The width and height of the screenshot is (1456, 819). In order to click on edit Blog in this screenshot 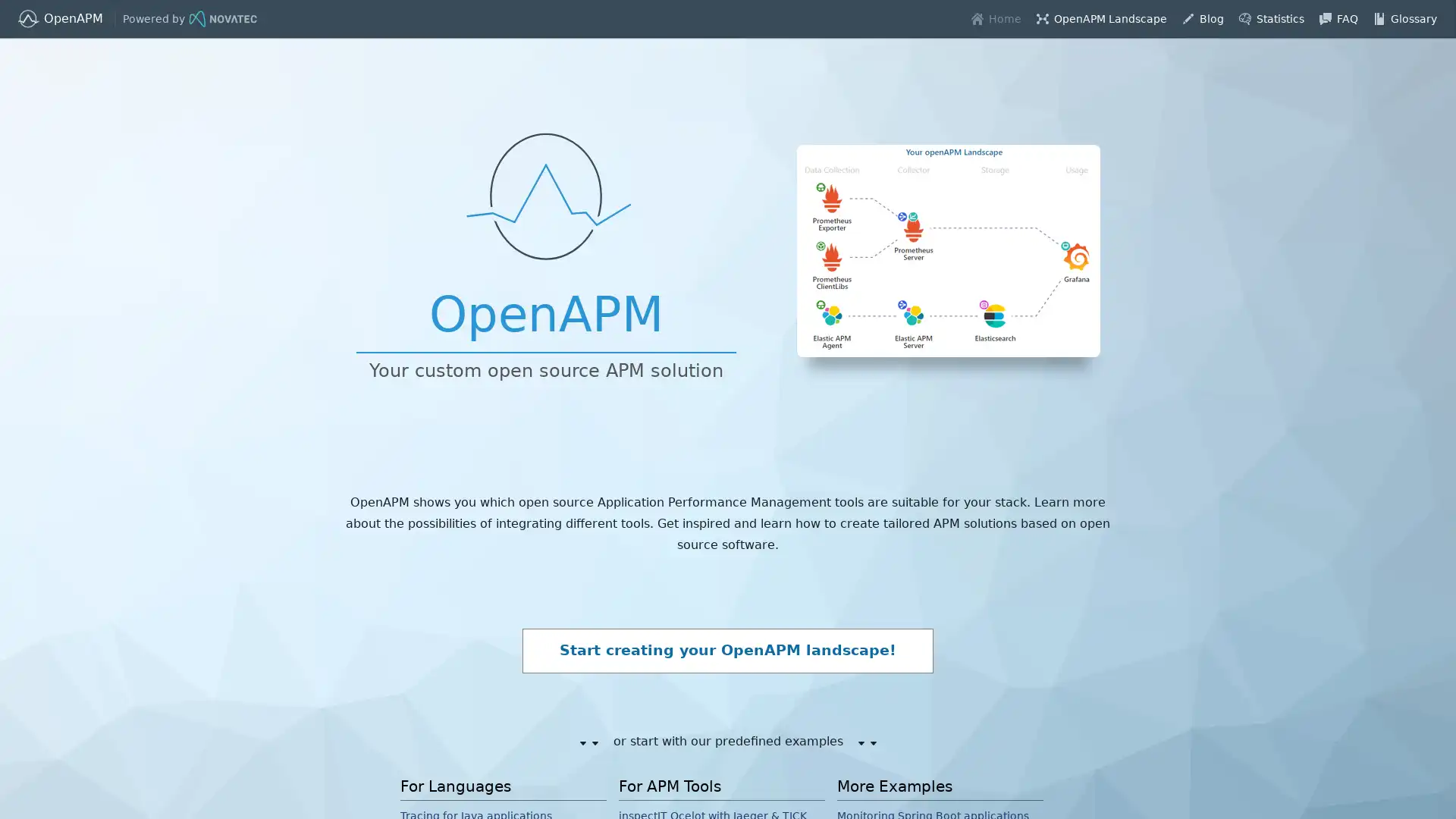, I will do `click(1202, 18)`.